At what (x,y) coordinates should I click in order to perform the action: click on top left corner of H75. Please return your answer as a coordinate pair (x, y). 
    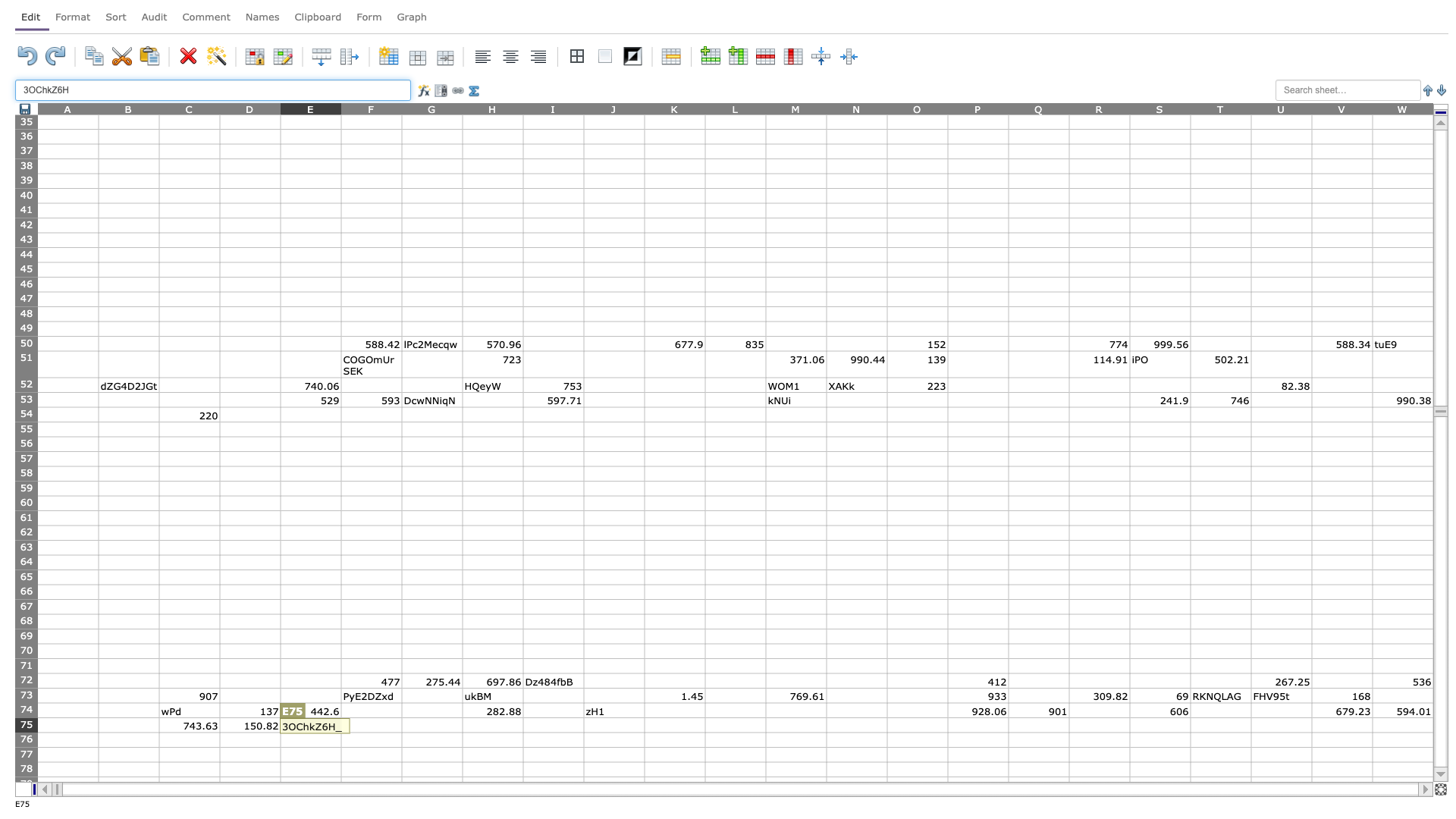
    Looking at the image, I should click on (461, 717).